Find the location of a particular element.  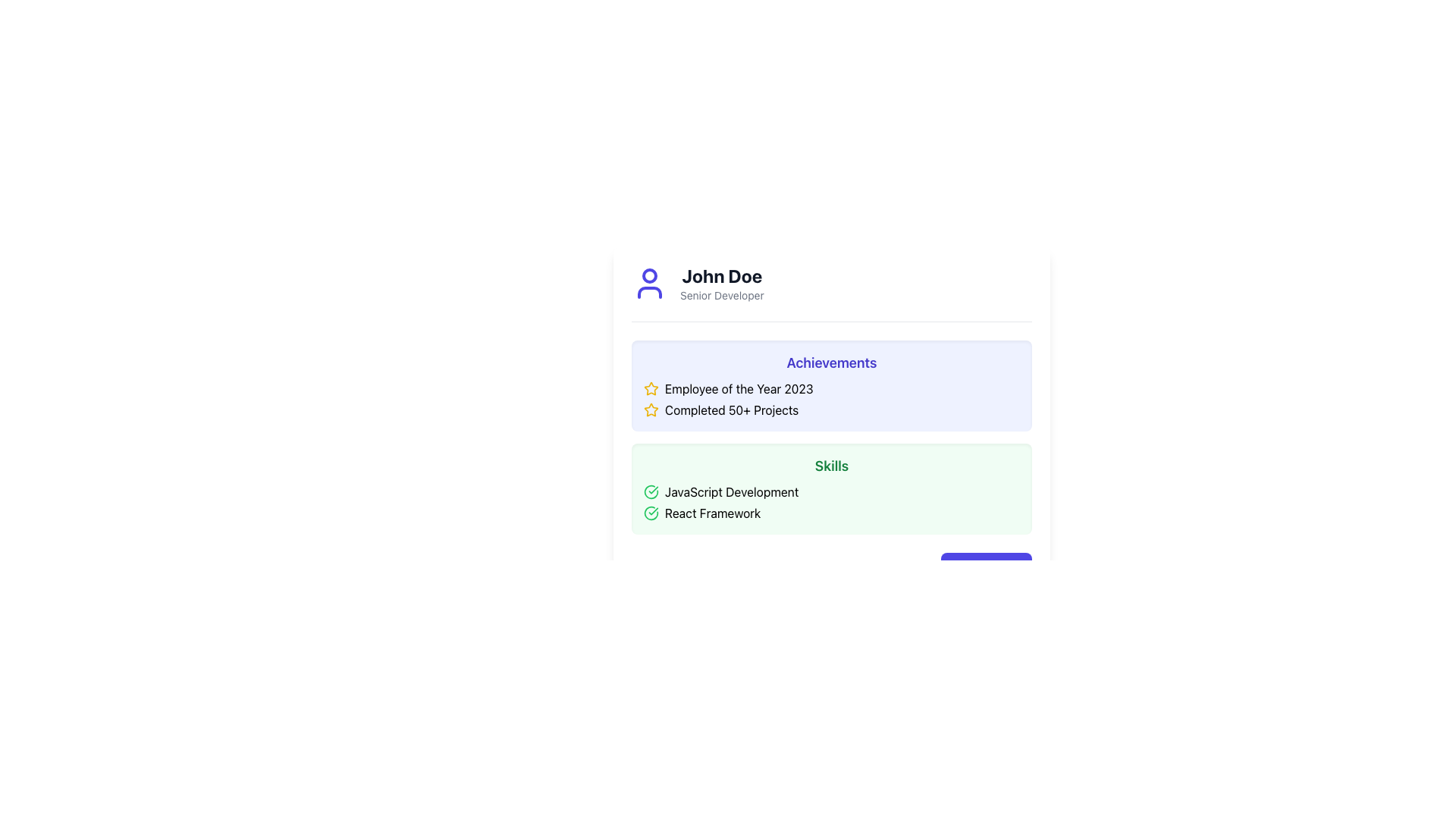

the 'JavaScript Development' text label located within the green 'Skills' box, which is the first item in the vertical list of skills below the 'Achievements' section is located at coordinates (732, 491).